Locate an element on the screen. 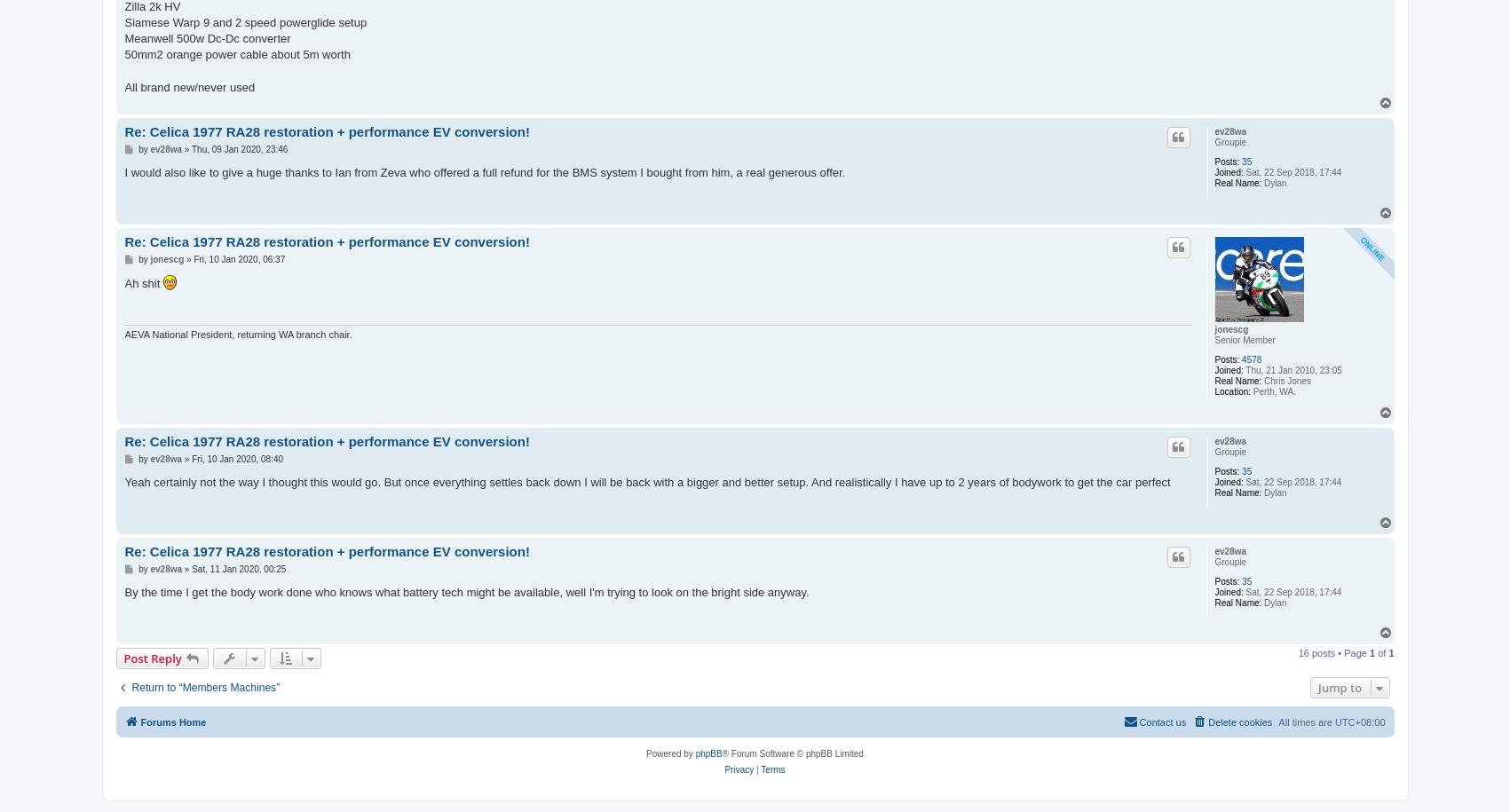 This screenshot has width=1510, height=812. '4578' is located at coordinates (1250, 358).